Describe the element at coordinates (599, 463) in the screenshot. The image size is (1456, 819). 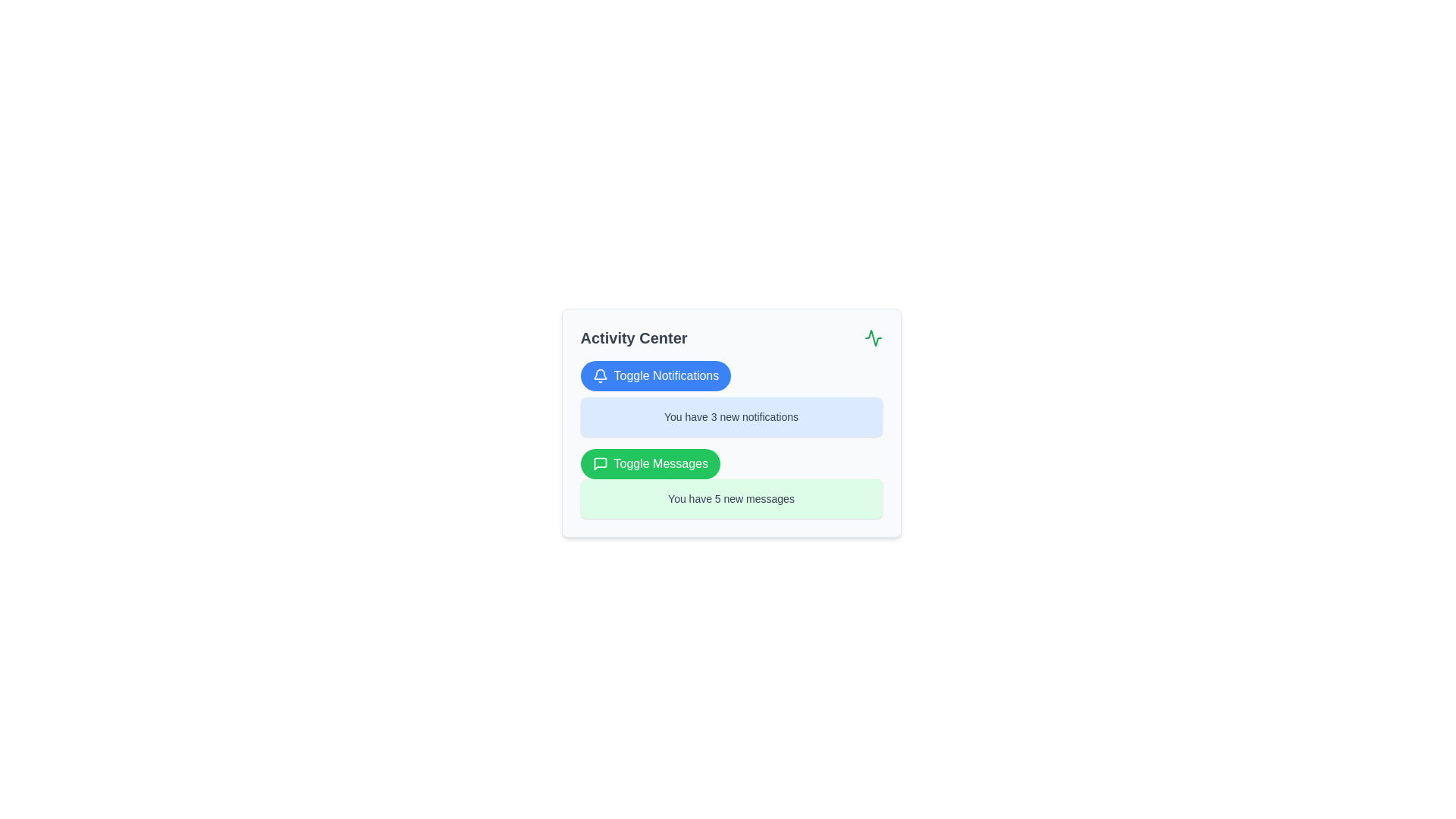
I see `the icon located inside the green 'Toggle Messages' button, which is positioned to the left of the text within the button` at that location.